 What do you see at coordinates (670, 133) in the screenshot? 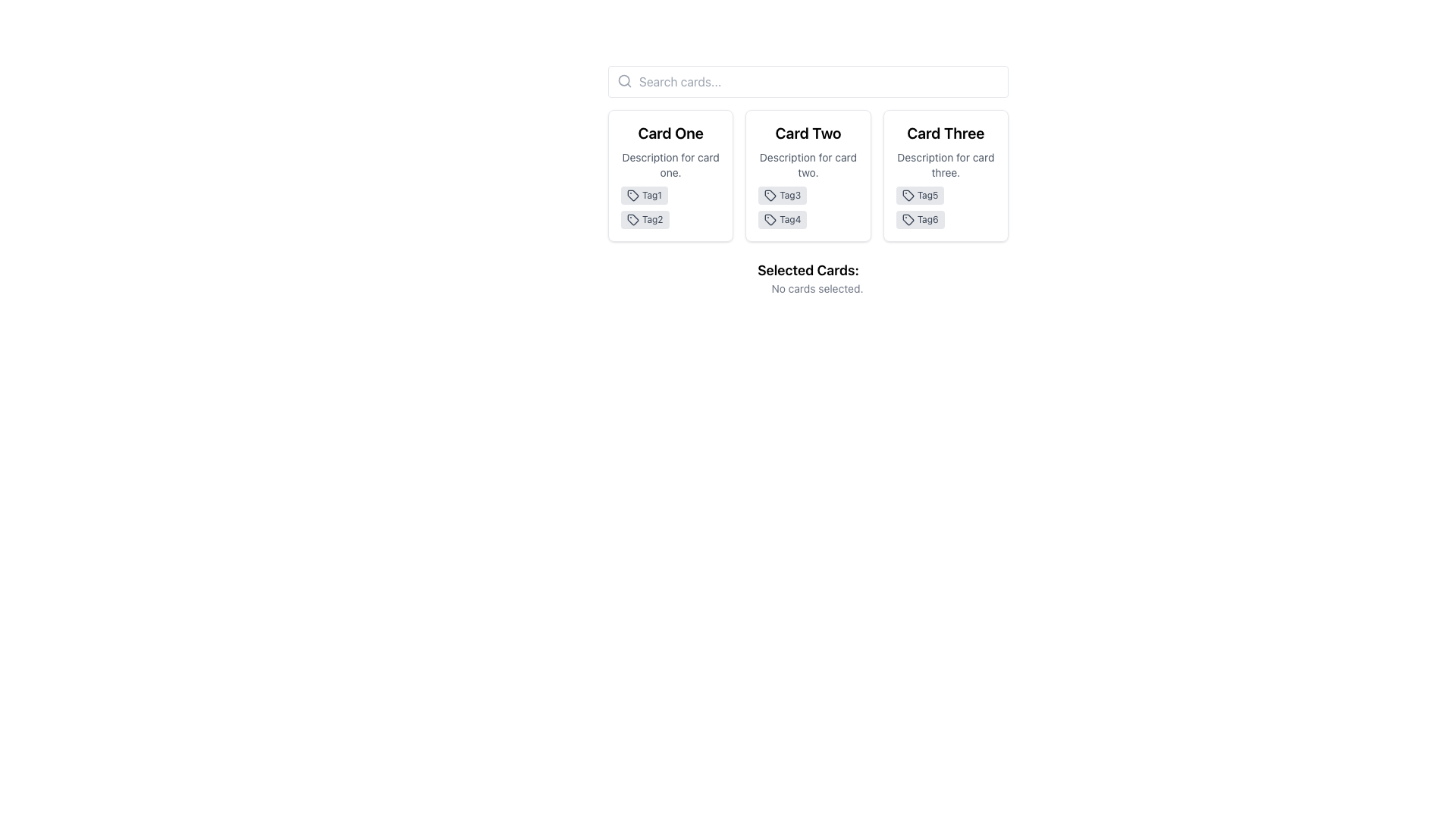
I see `the static text label reading 'Card One', which is styled with a larger font size and bold weight, located at the top section of the first card in a horizontal list of cards` at bounding box center [670, 133].